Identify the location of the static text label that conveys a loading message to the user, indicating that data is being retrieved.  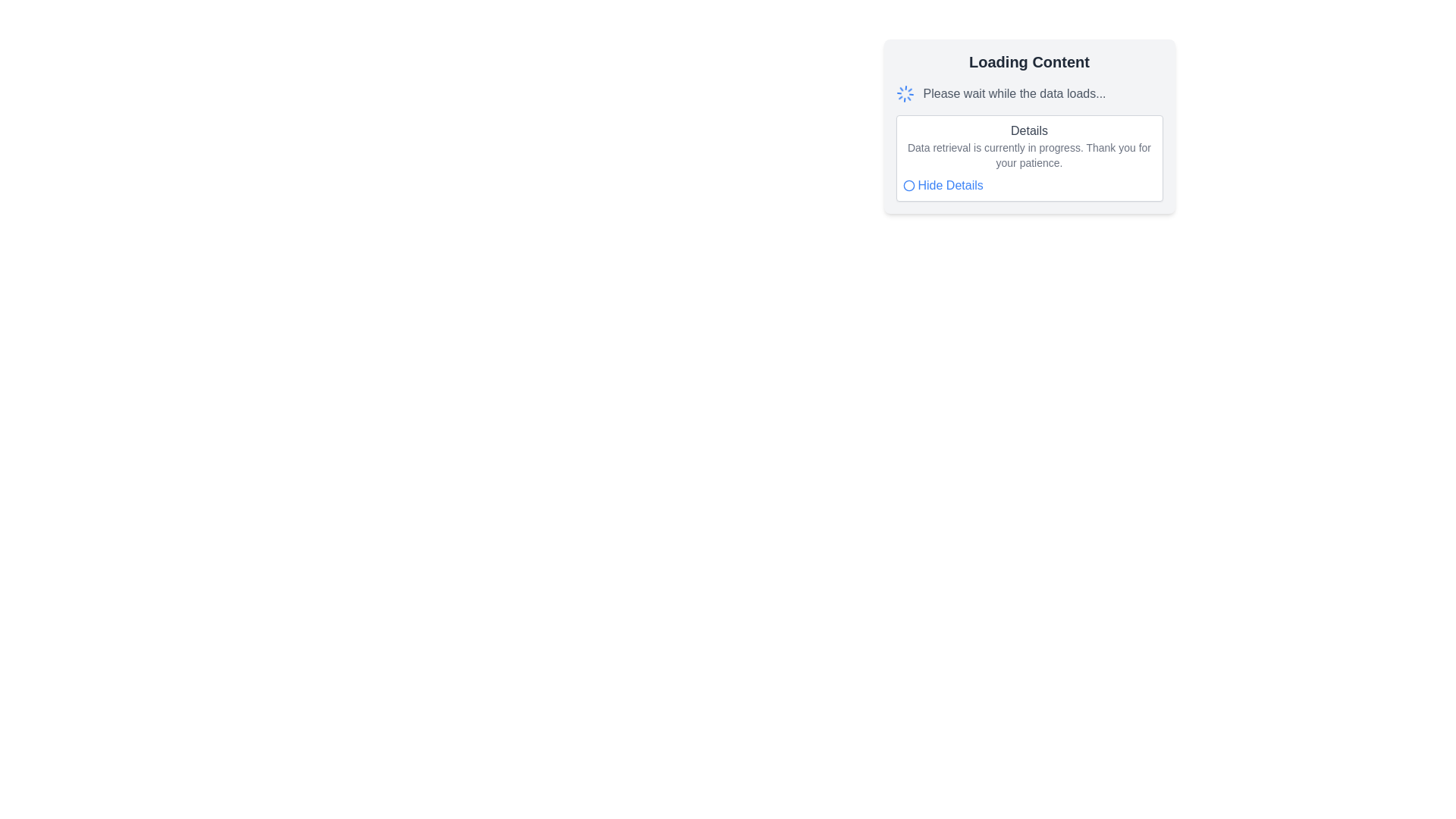
(1015, 93).